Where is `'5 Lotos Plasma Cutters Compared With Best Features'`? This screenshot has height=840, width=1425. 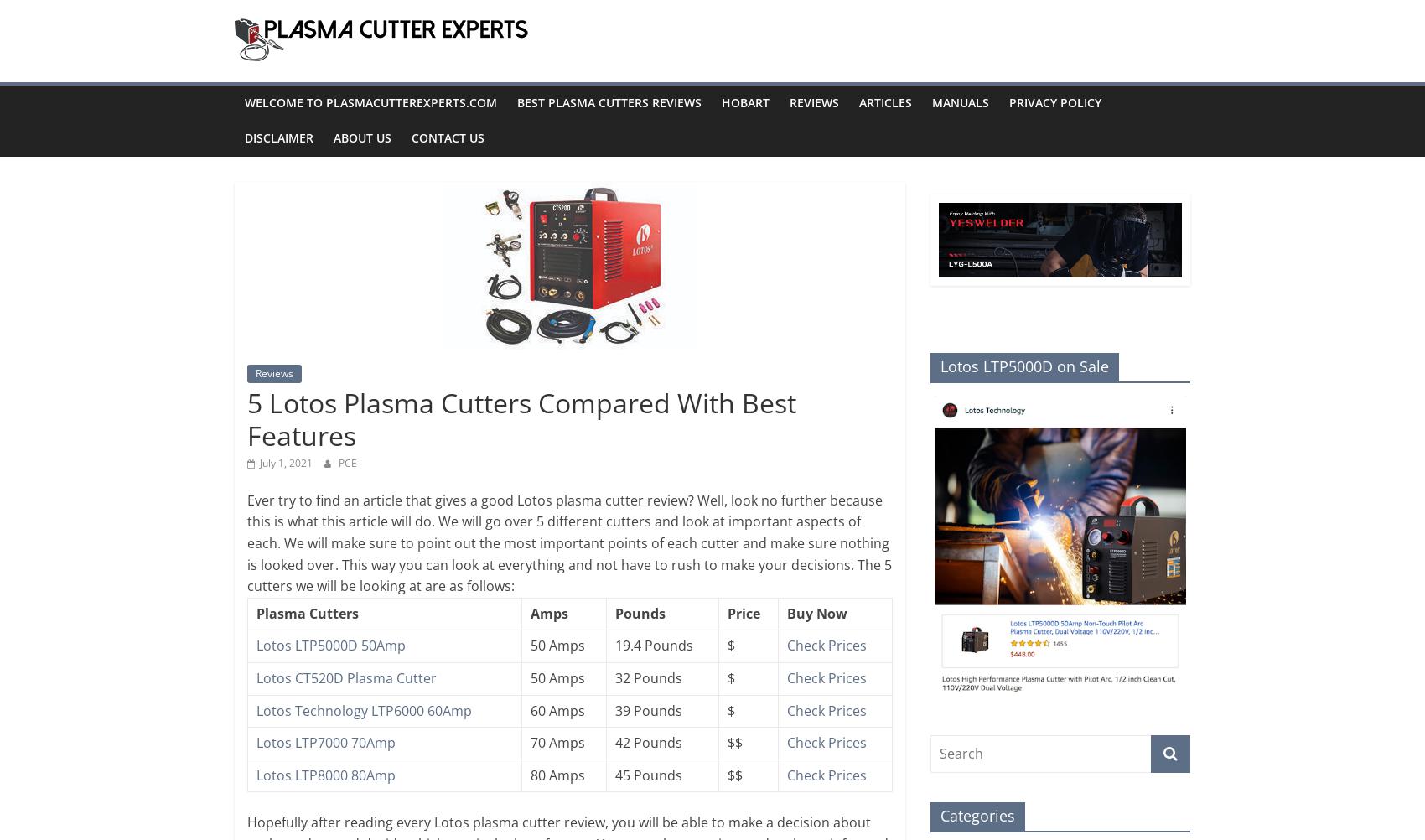 '5 Lotos Plasma Cutters Compared With Best Features' is located at coordinates (246, 417).